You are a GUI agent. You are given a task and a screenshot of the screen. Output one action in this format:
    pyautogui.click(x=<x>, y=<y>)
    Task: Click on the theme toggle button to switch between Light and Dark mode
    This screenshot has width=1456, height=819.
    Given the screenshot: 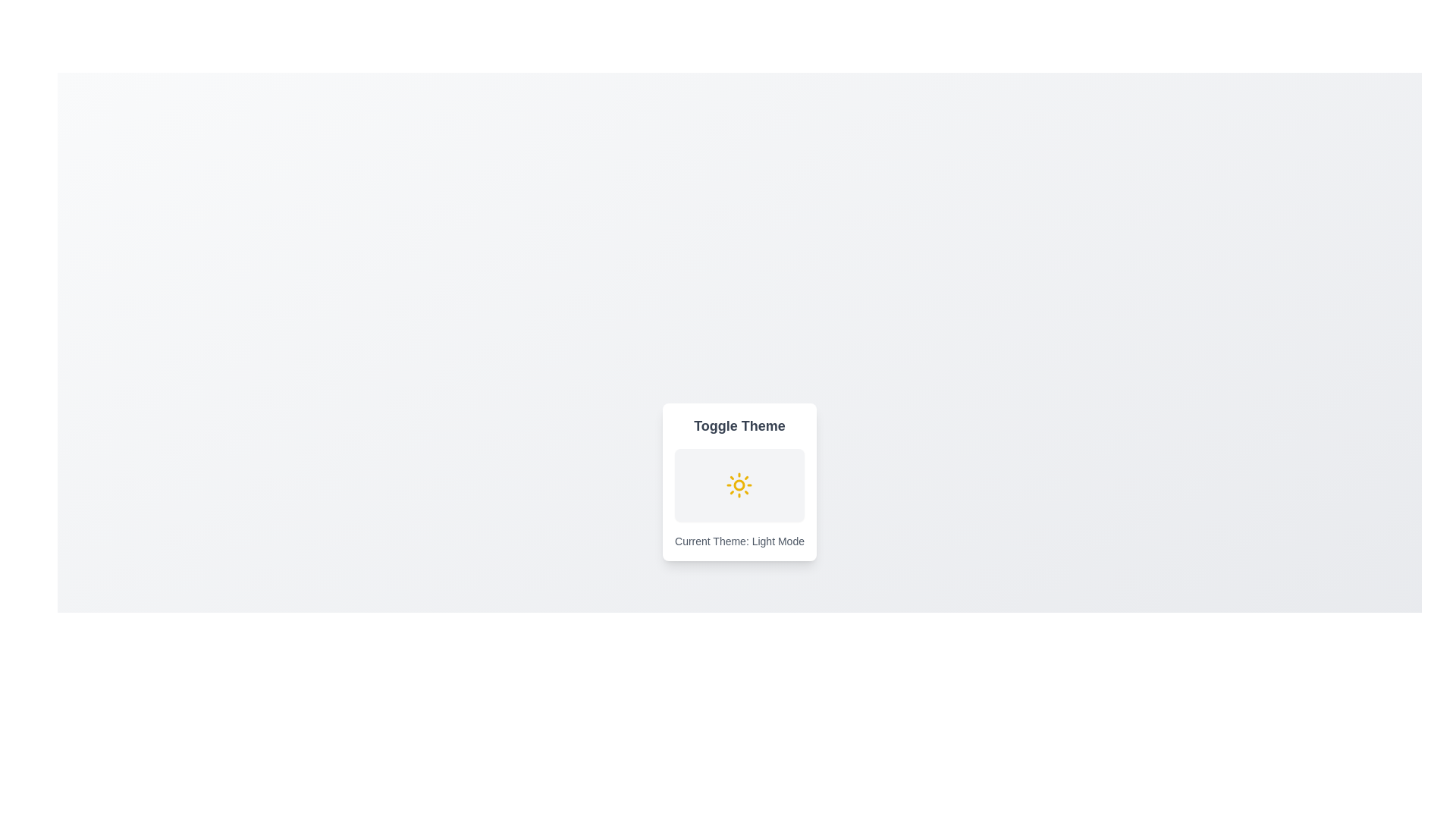 What is the action you would take?
    pyautogui.click(x=739, y=485)
    